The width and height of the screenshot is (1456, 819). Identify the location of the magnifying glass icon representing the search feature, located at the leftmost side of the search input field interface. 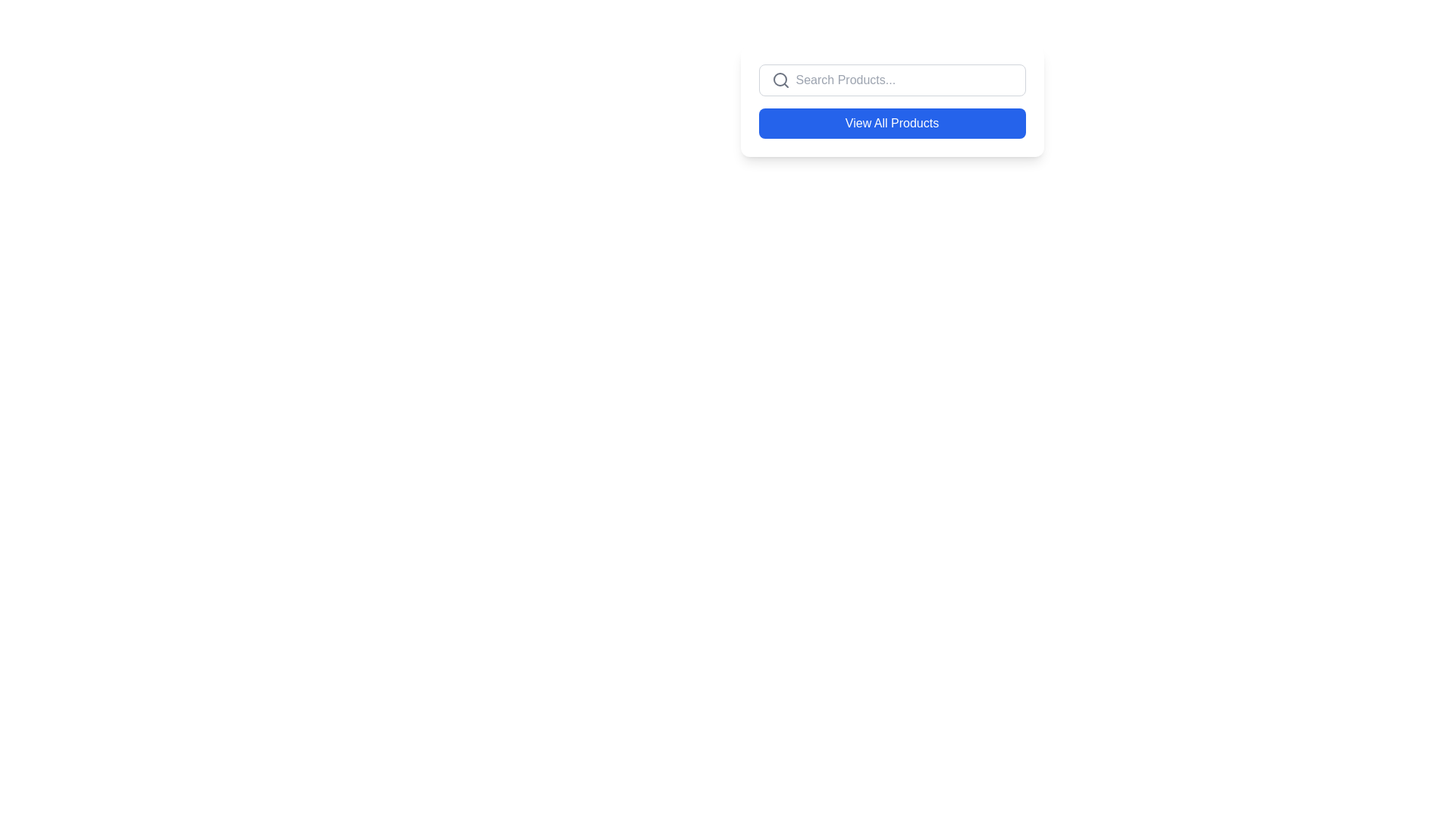
(780, 80).